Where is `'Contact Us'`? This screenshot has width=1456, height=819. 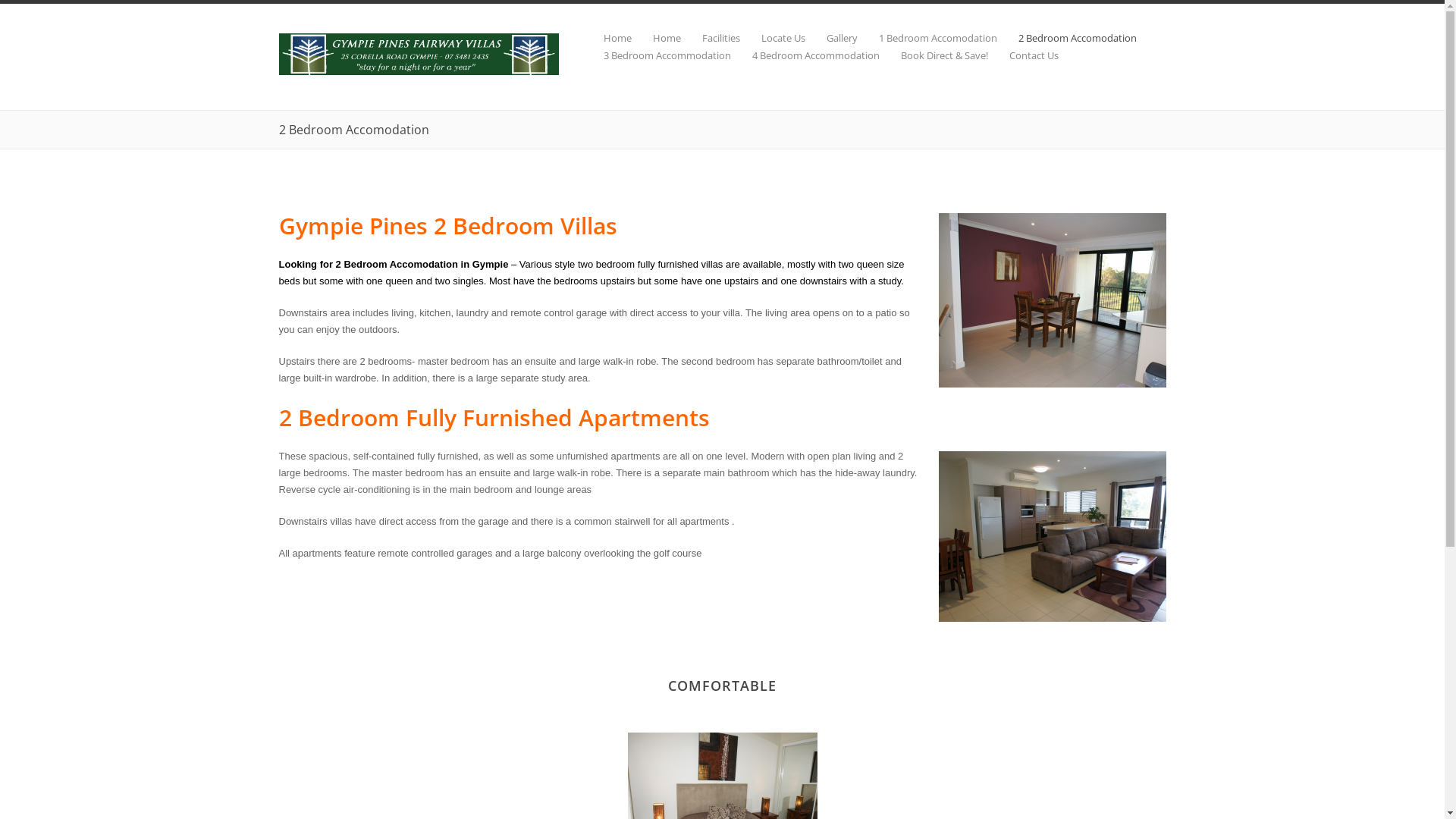 'Contact Us' is located at coordinates (1022, 55).